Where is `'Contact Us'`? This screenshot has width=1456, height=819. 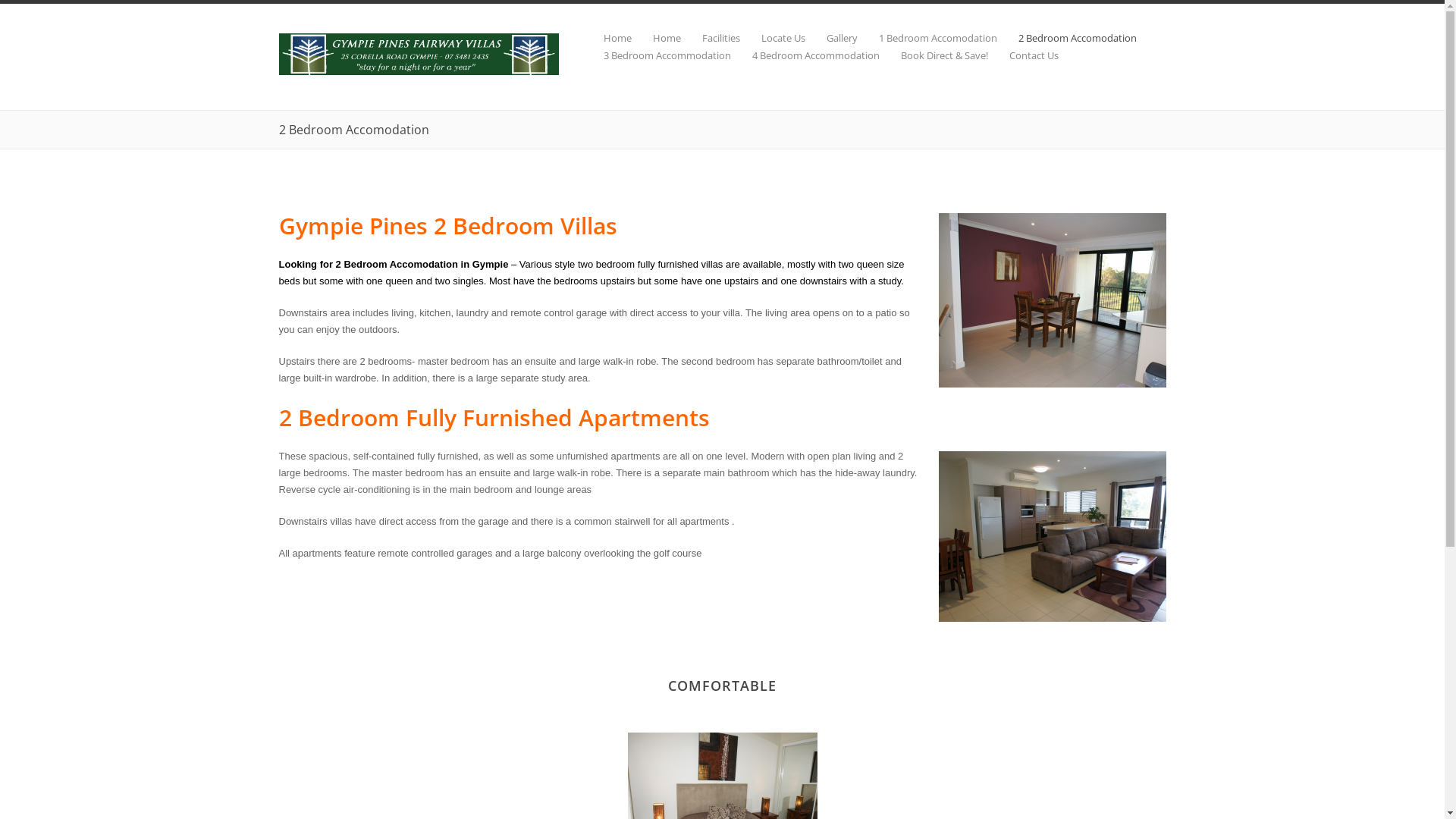 'Contact Us' is located at coordinates (1022, 55).